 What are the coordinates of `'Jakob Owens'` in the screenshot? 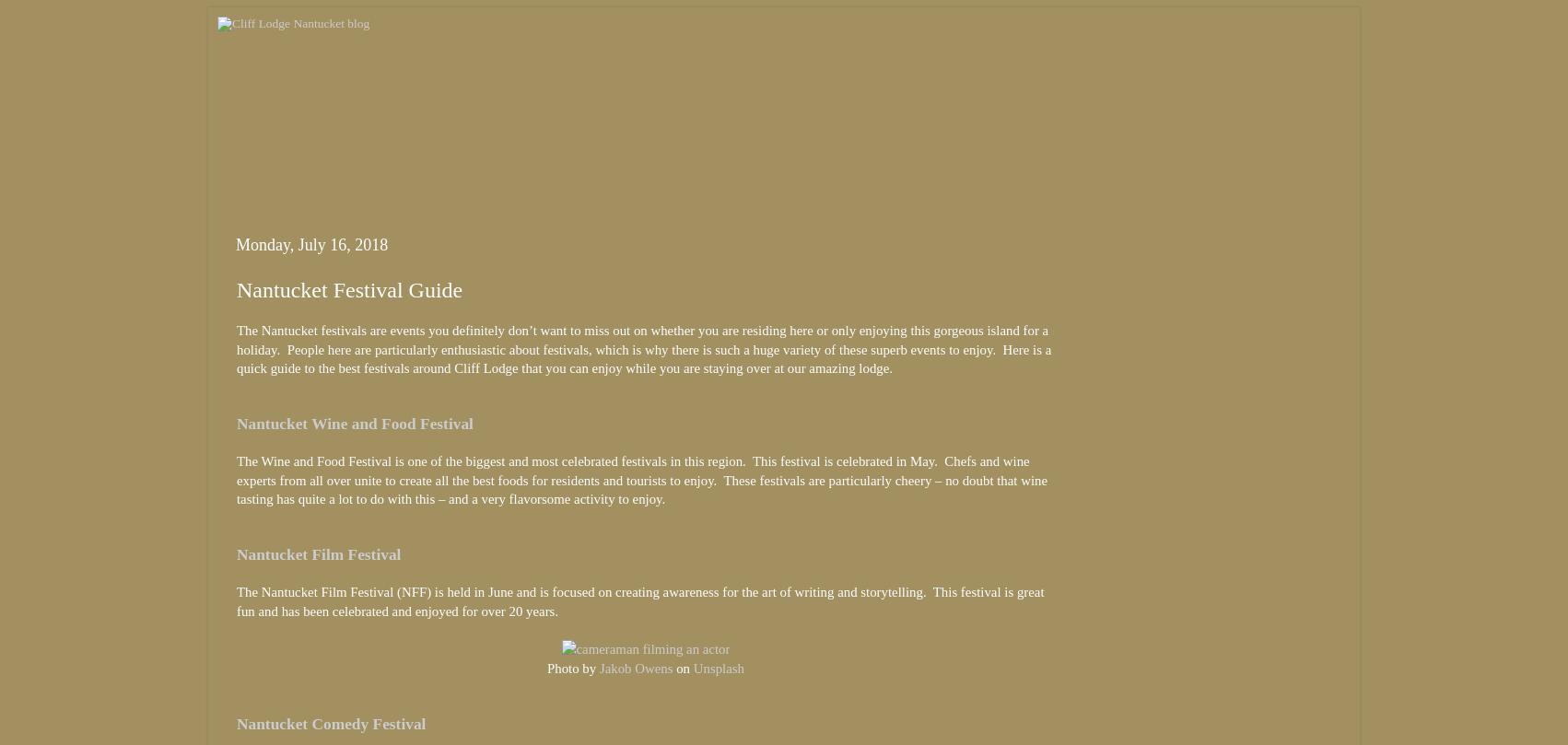 It's located at (635, 667).